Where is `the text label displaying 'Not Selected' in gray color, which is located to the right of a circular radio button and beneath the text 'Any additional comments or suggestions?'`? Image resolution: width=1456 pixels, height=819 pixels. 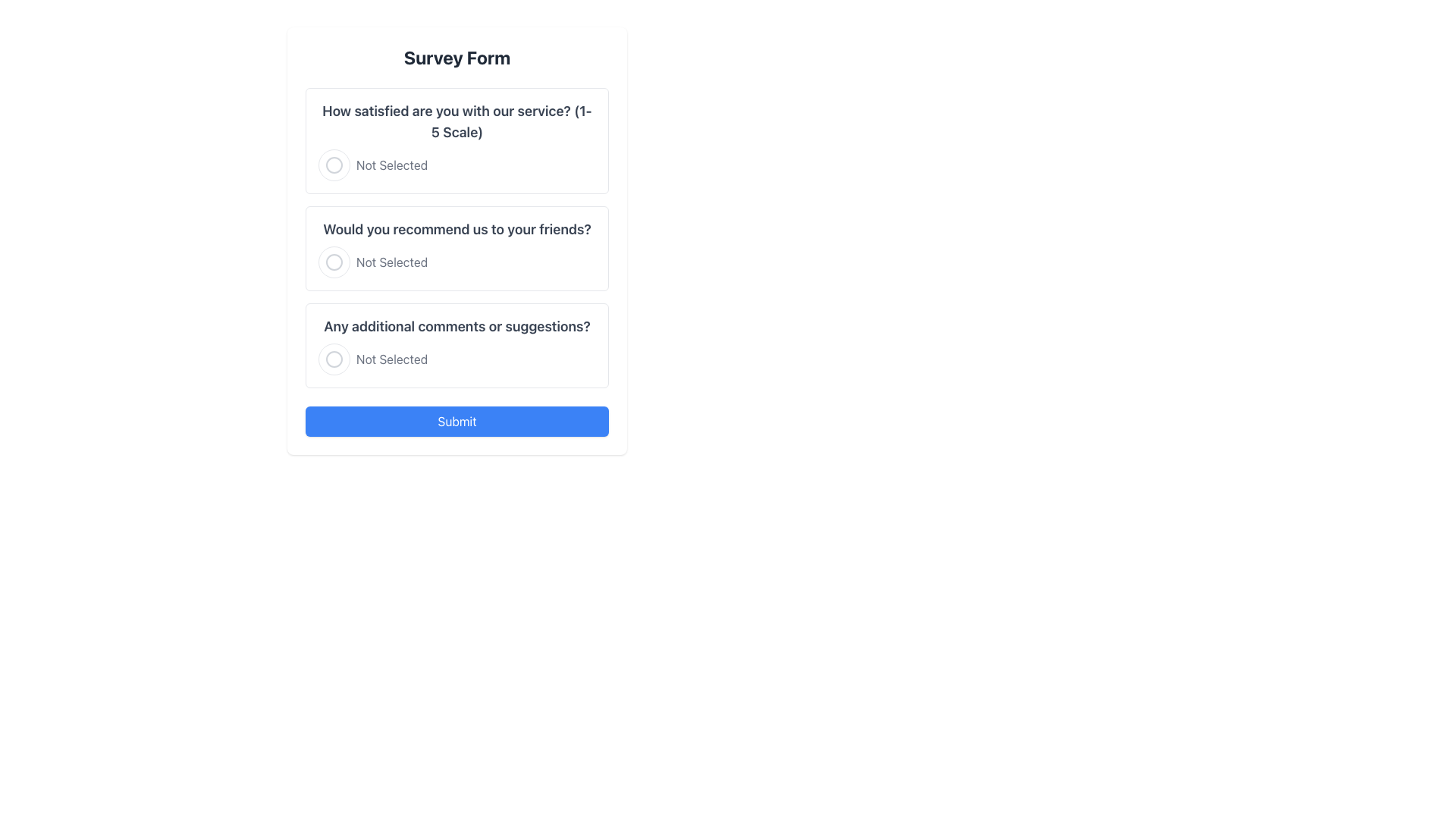
the text label displaying 'Not Selected' in gray color, which is located to the right of a circular radio button and beneath the text 'Any additional comments or suggestions?' is located at coordinates (392, 359).